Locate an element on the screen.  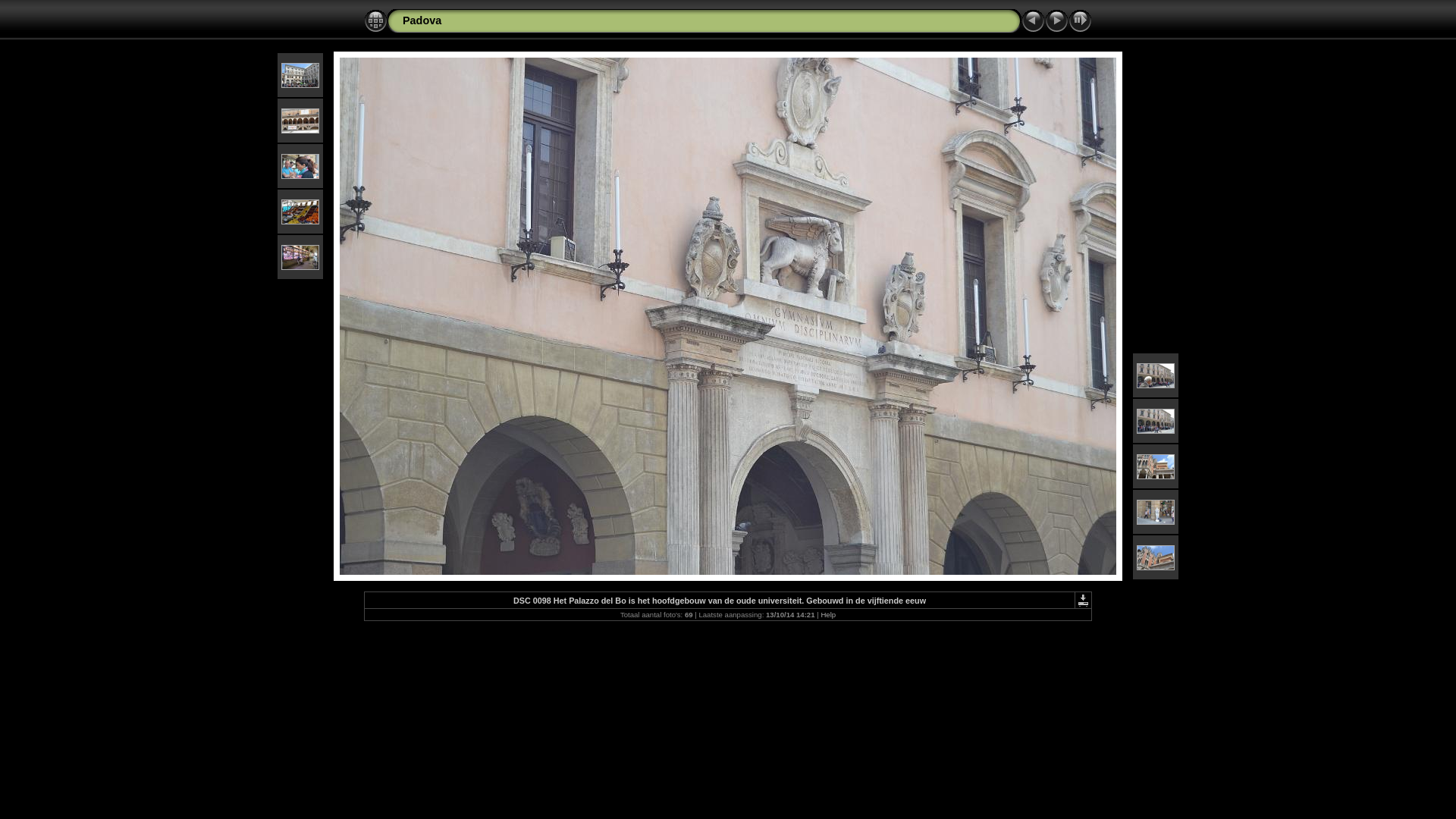
'Padova' is located at coordinates (422, 20).